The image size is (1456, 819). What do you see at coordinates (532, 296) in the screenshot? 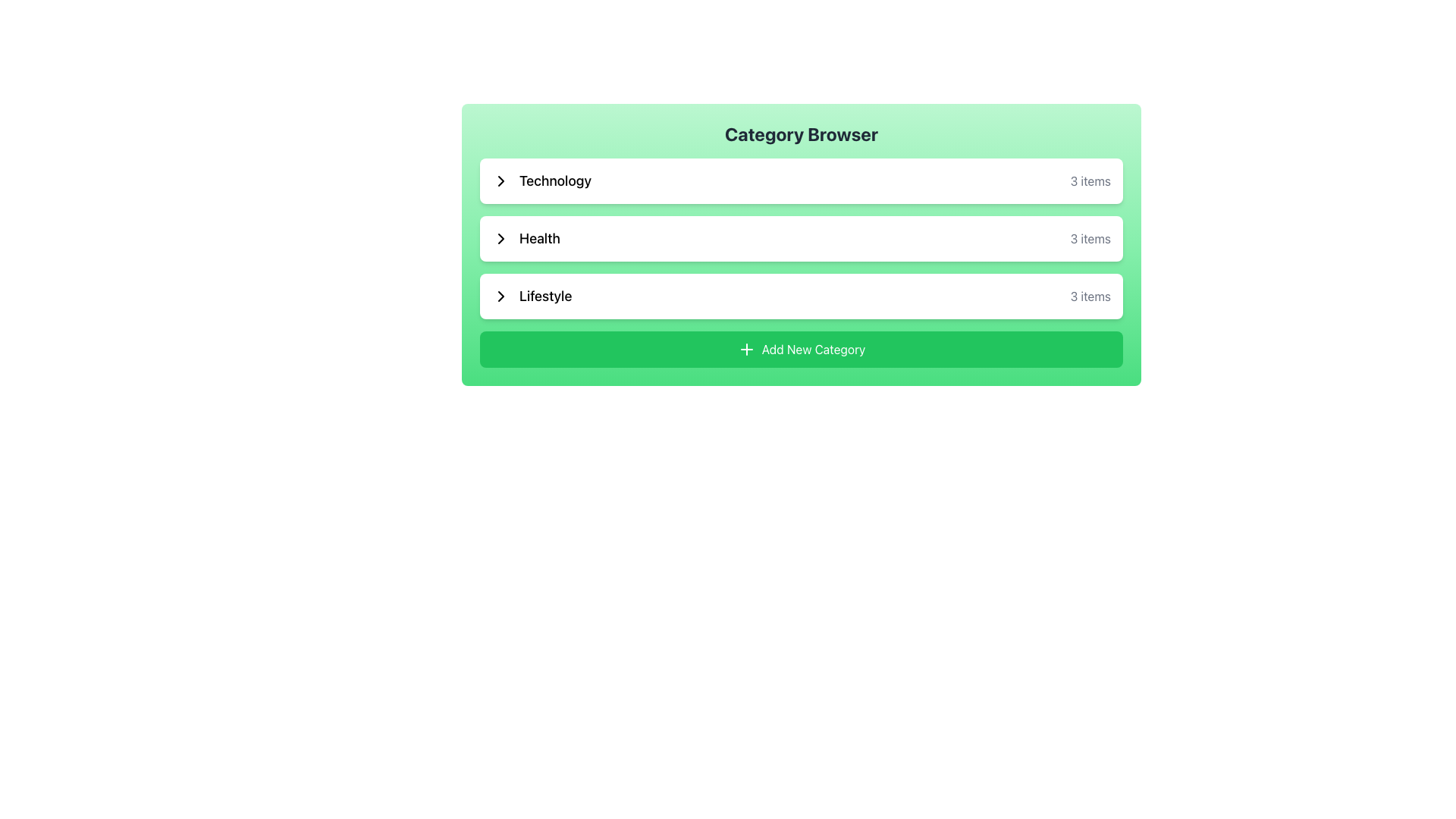
I see `text of the 'Lifestyle' label which is part of the clickable category item located in the lower section of the categories list` at bounding box center [532, 296].